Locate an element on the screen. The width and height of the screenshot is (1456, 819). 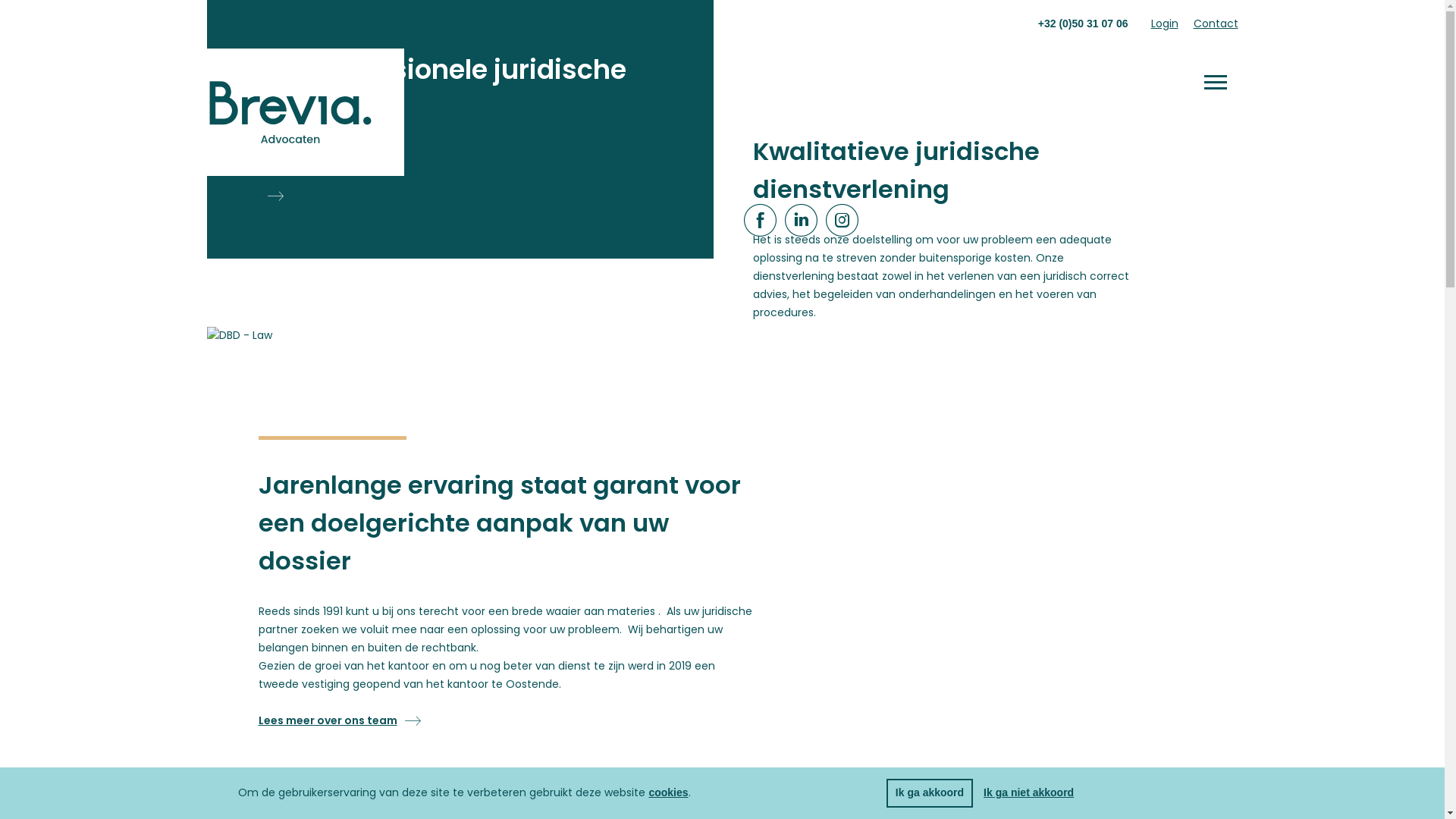
'Contact' is located at coordinates (1216, 23).